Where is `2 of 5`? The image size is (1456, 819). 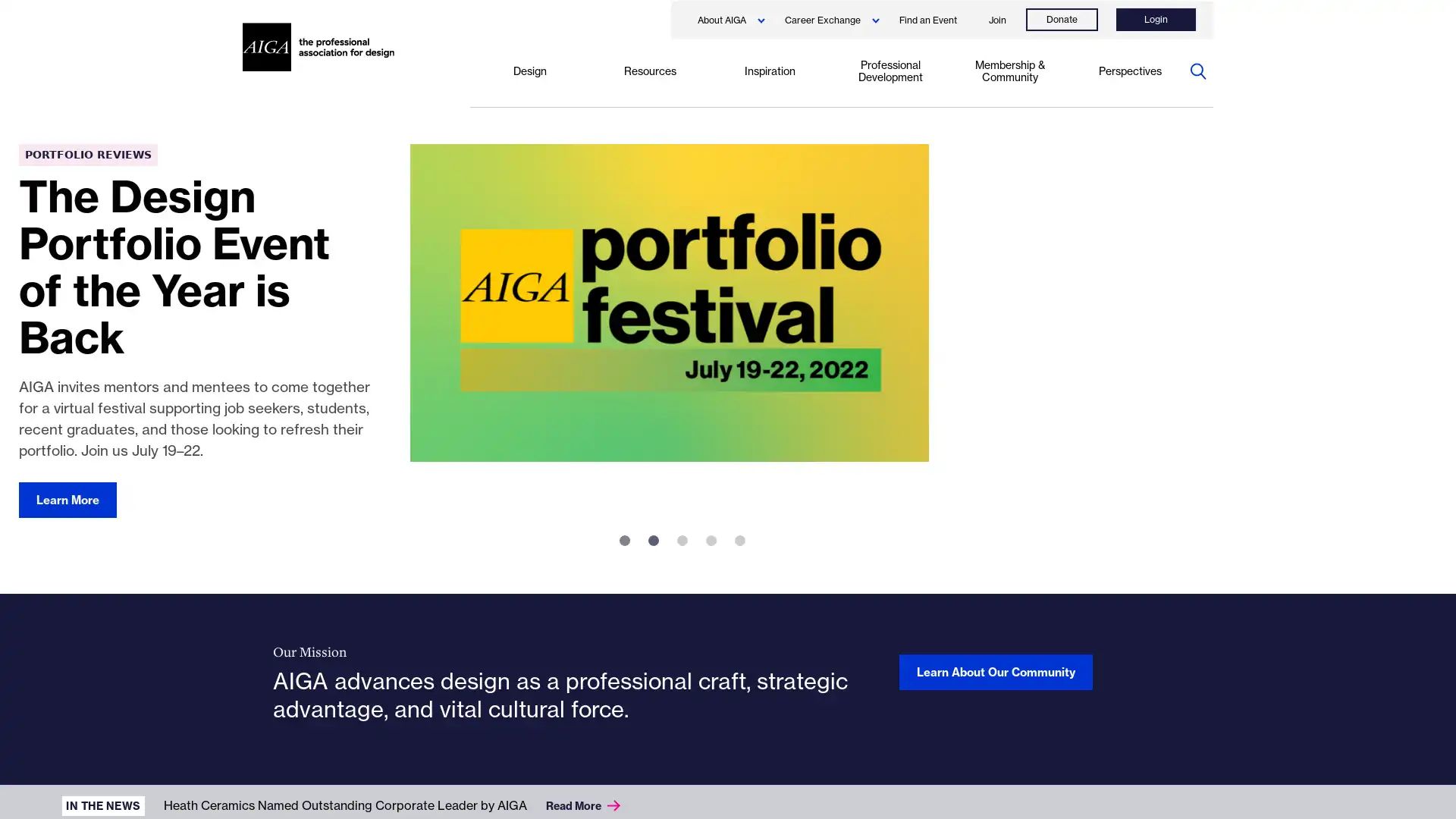 2 of 5 is located at coordinates (654, 540).